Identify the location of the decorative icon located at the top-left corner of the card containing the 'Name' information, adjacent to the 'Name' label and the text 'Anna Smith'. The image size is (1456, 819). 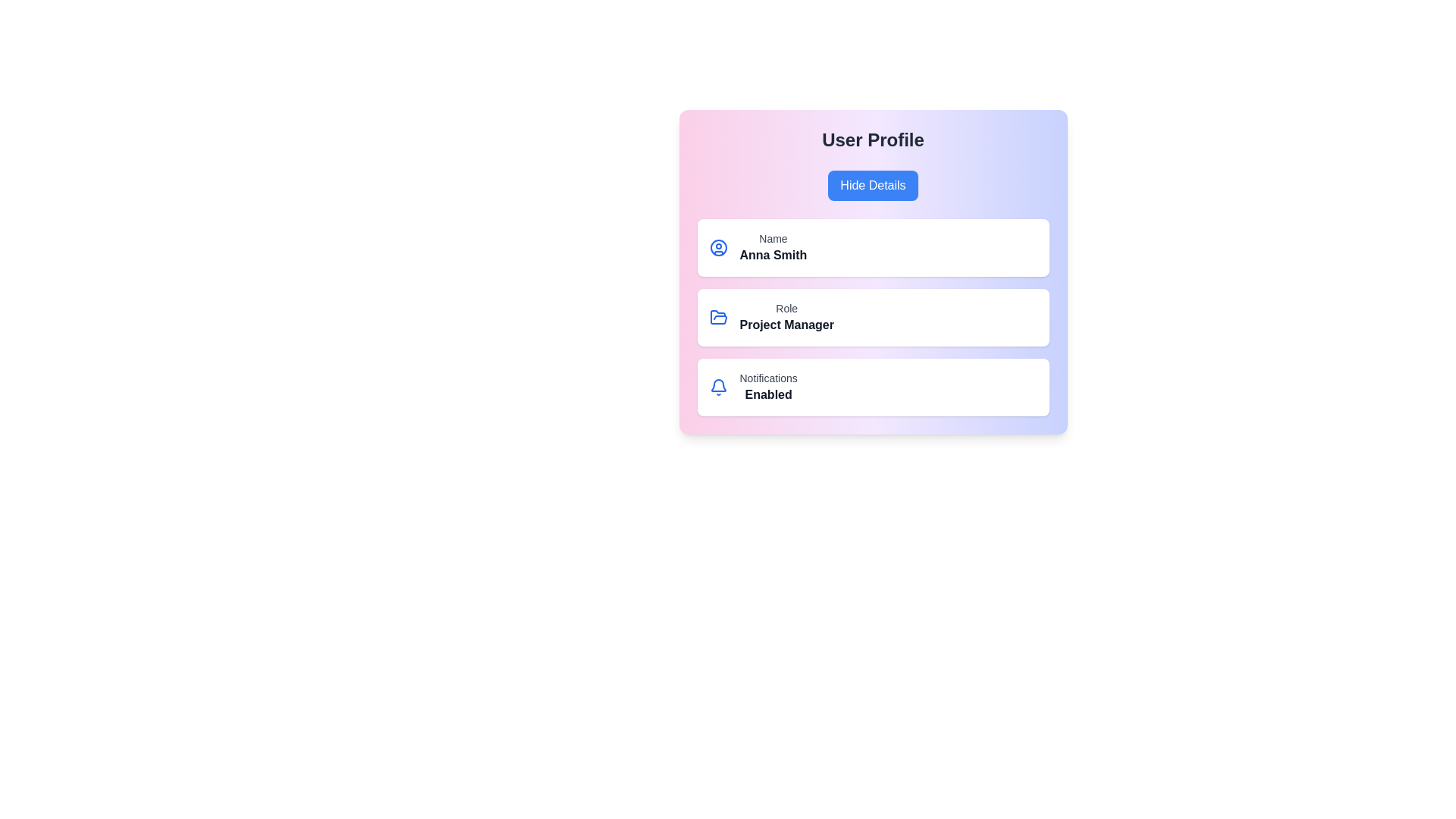
(717, 247).